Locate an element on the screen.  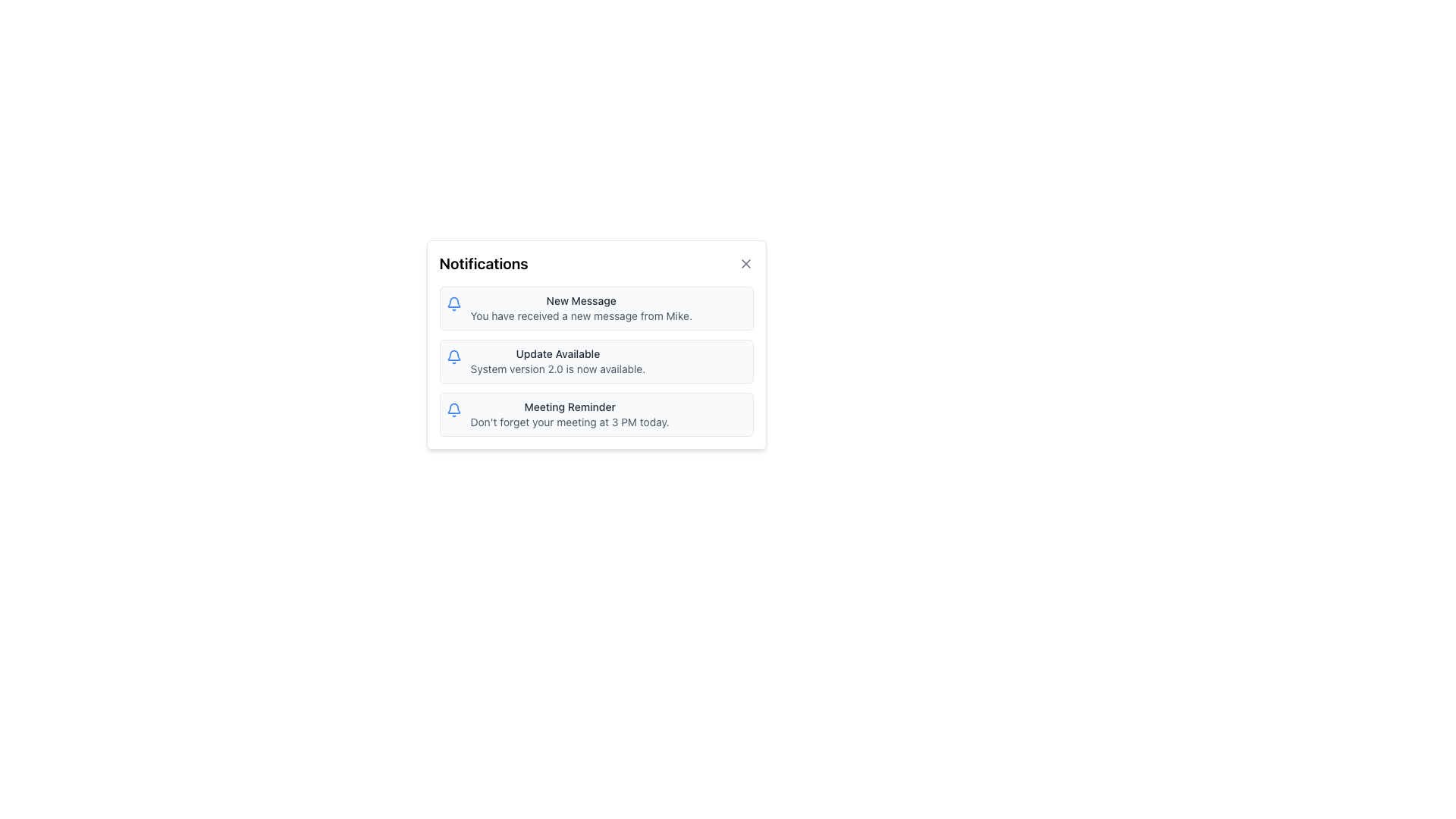
the text label displaying 'System version 2.0 is now available.' which is located under the heading 'Update Available.' is located at coordinates (557, 369).